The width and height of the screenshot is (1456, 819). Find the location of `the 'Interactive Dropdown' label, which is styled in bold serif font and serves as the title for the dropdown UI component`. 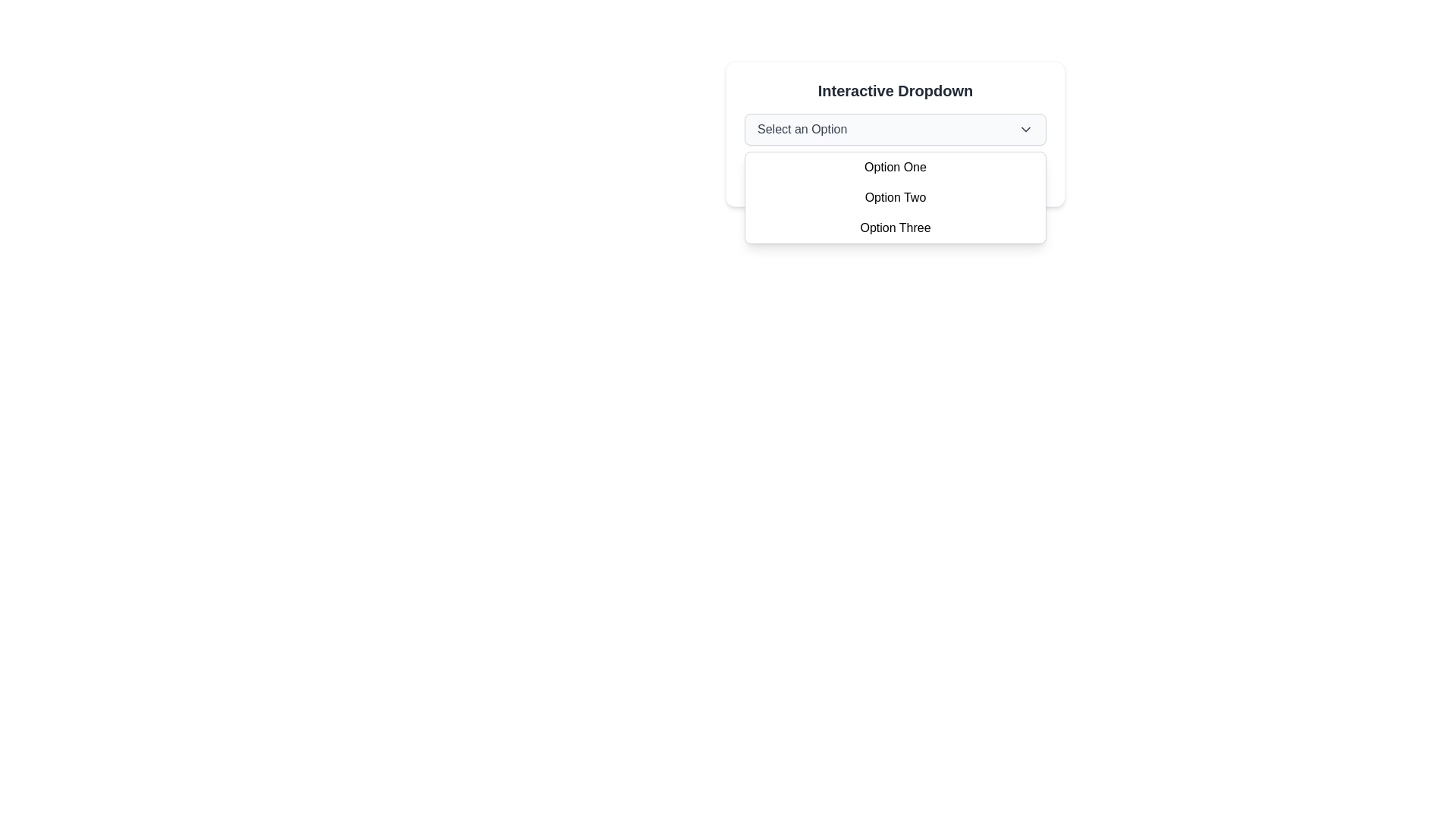

the 'Interactive Dropdown' label, which is styled in bold serif font and serves as the title for the dropdown UI component is located at coordinates (895, 90).